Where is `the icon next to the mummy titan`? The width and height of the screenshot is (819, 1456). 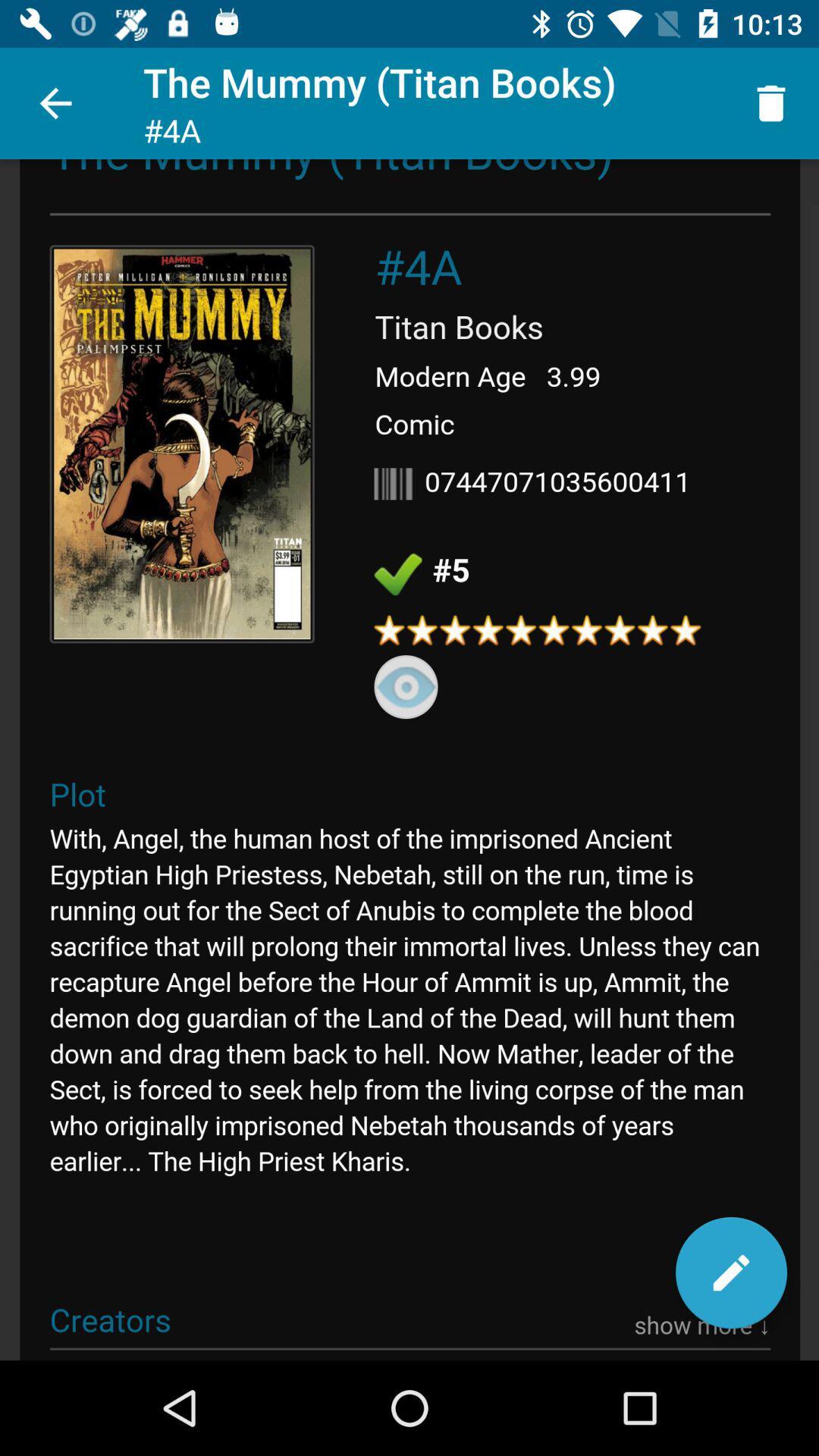 the icon next to the mummy titan is located at coordinates (55, 102).